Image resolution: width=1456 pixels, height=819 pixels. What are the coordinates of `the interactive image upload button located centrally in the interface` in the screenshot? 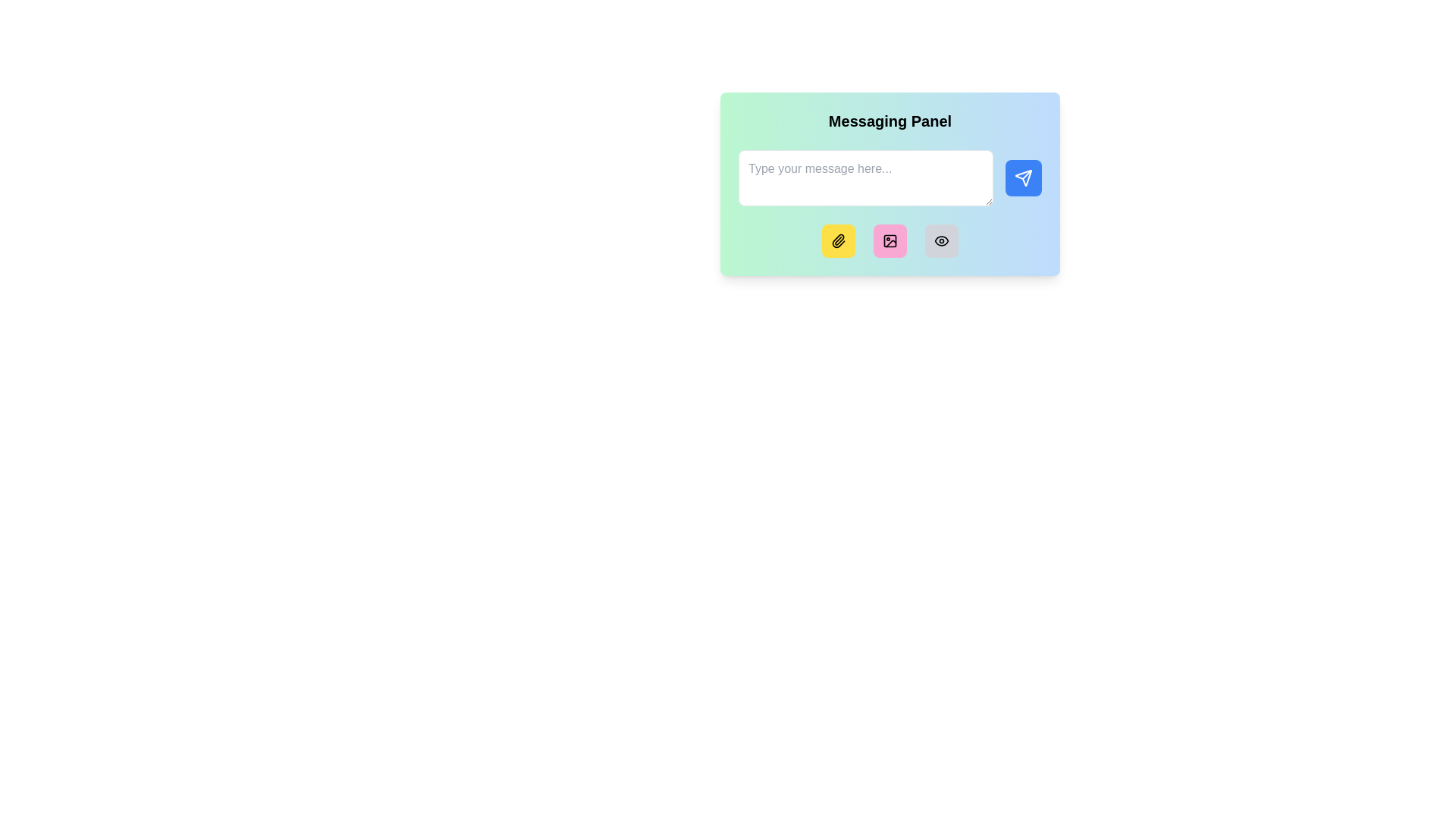 It's located at (890, 240).